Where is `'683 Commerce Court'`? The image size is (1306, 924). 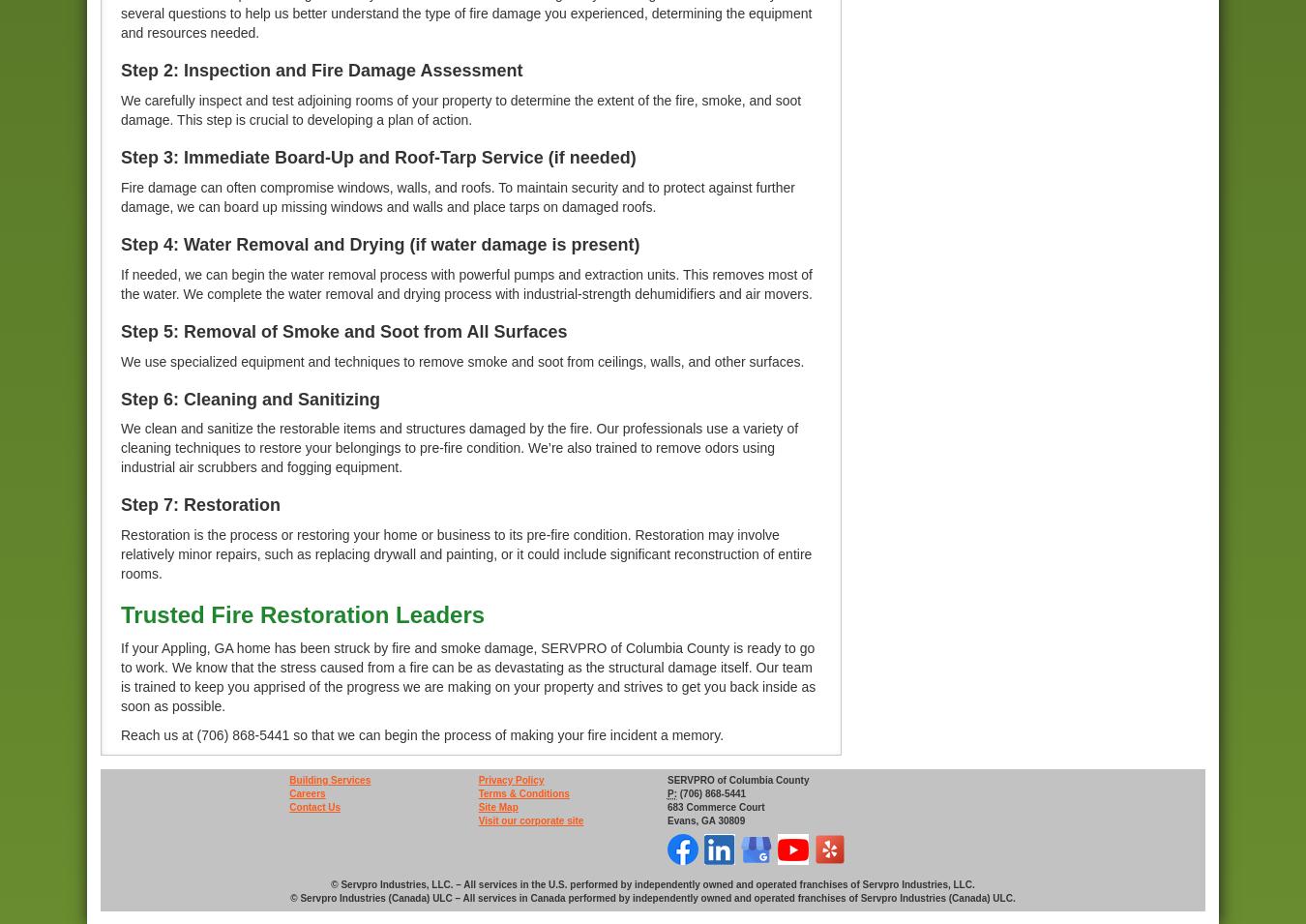
'683 Commerce Court' is located at coordinates (714, 807).